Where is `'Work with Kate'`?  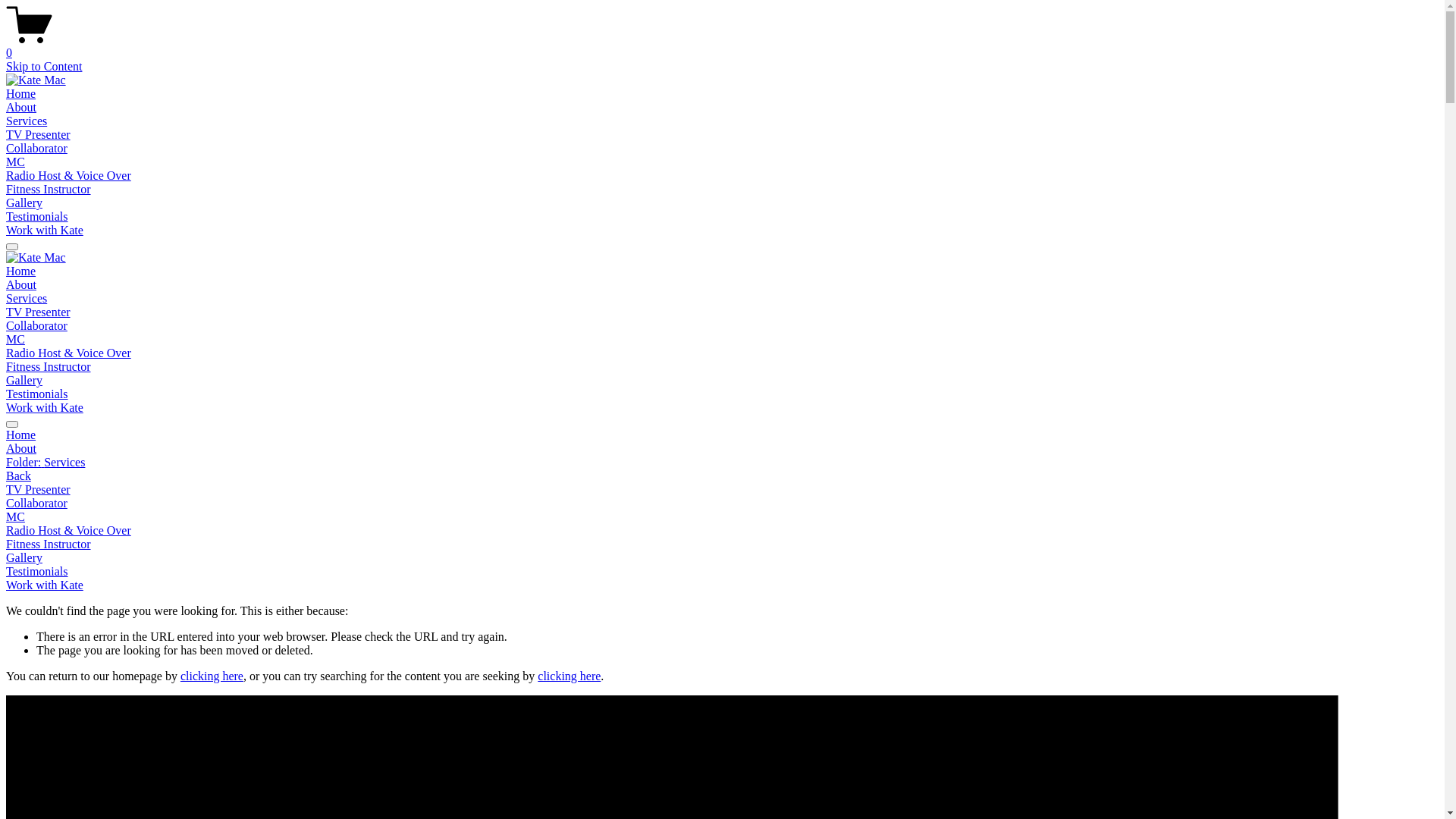 'Work with Kate' is located at coordinates (6, 584).